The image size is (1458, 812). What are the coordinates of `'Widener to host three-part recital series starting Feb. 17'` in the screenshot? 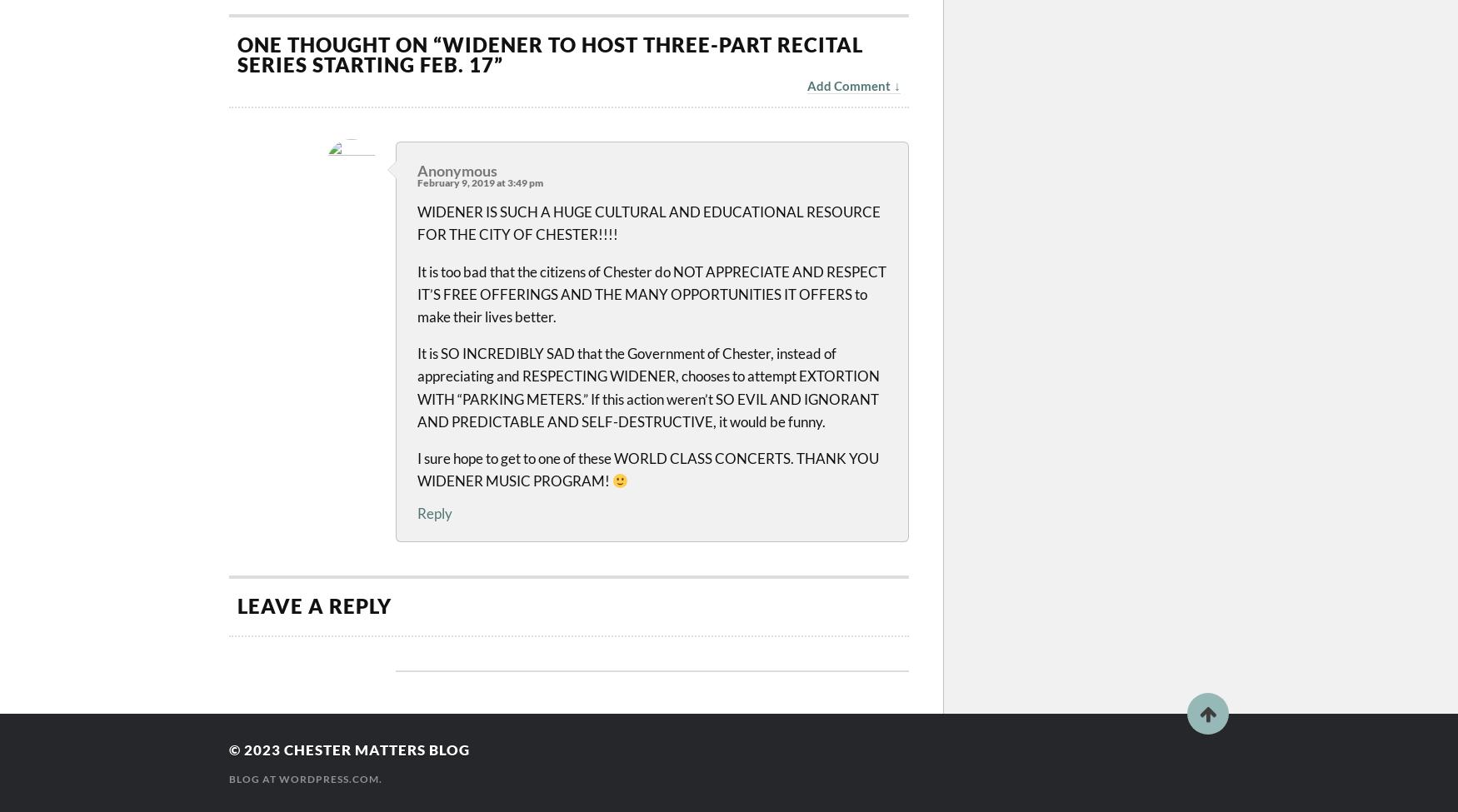 It's located at (549, 54).